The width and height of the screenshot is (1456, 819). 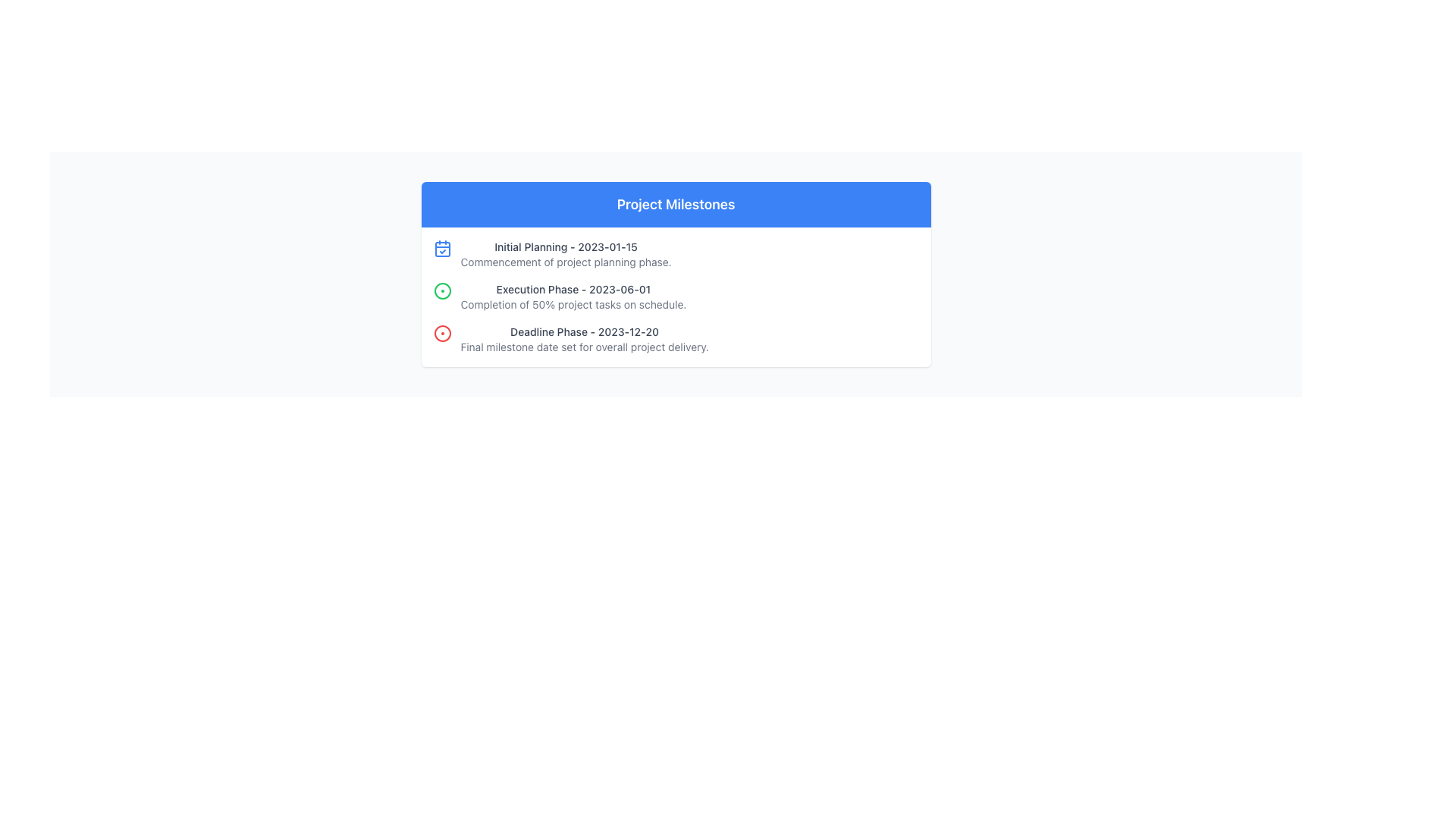 I want to click on the circular indicator icon representing the 'Execution Phase' milestone, so click(x=441, y=291).